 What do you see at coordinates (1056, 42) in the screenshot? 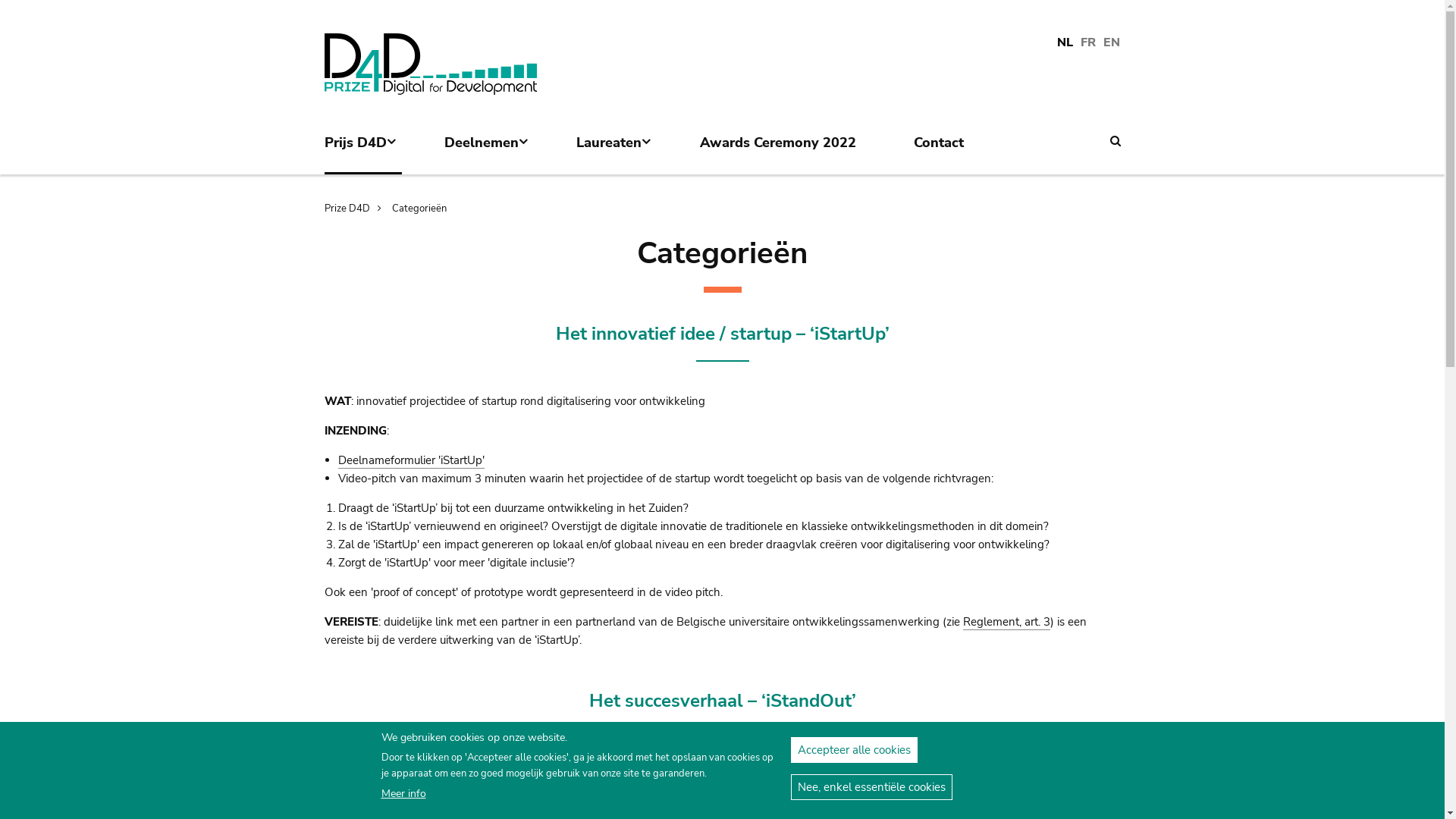
I see `'NL'` at bounding box center [1056, 42].